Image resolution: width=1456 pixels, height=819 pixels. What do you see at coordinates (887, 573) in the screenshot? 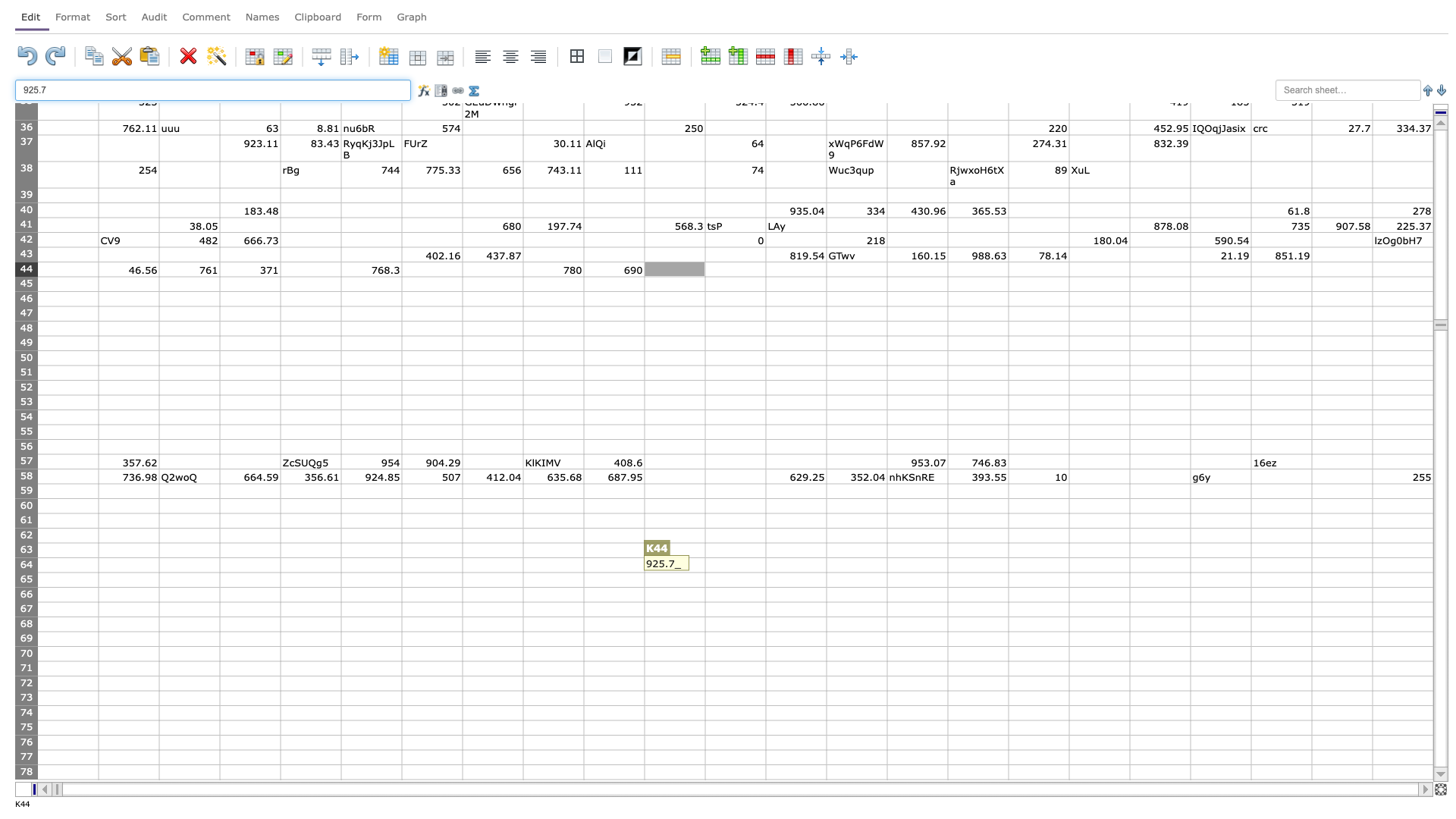
I see `bottom right corner of N64` at bounding box center [887, 573].